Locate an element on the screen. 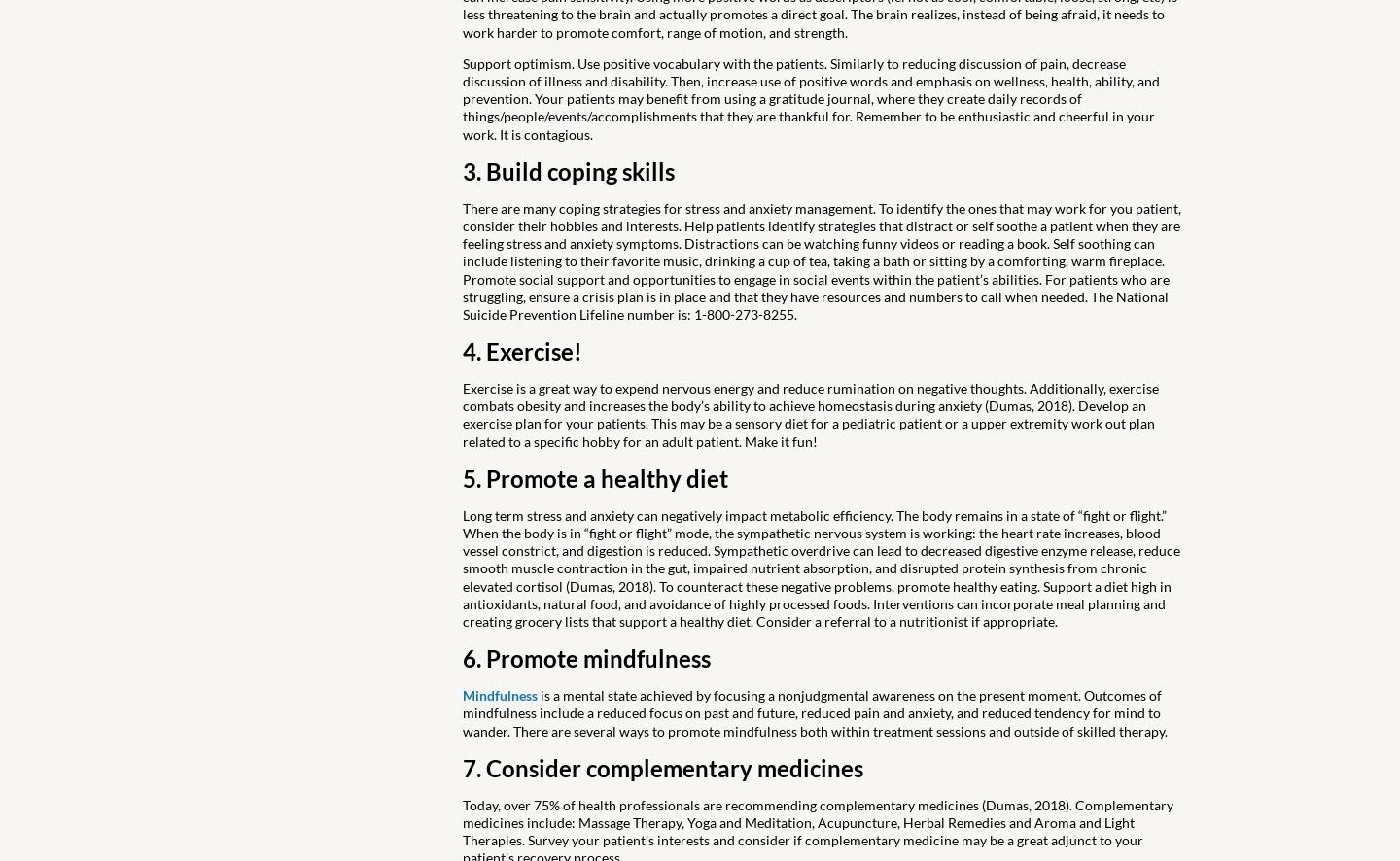  'There are many coping strategies for stress and anxiety management. To identify the ones that may work for you patient, consider their hobbies and interests. Help patients identify strategies that distract or self soothe a patient when they are feeling stress and anxiety symptoms. Distractions can be watching funny videos or reading a book. Self soothing can include listening to their favorite music, drinking a cup of tea, taking a bath or sitting by a comforting, warm fireplace. Promote social support and opportunities to engage in social events within the patient’s abilities. For patients who are struggling, ensure a crisis plan is in place and that they have resources and numbers to call when needed. The National Suicide Prevention Lifeline number is: 1-800-273-8255.' is located at coordinates (821, 260).